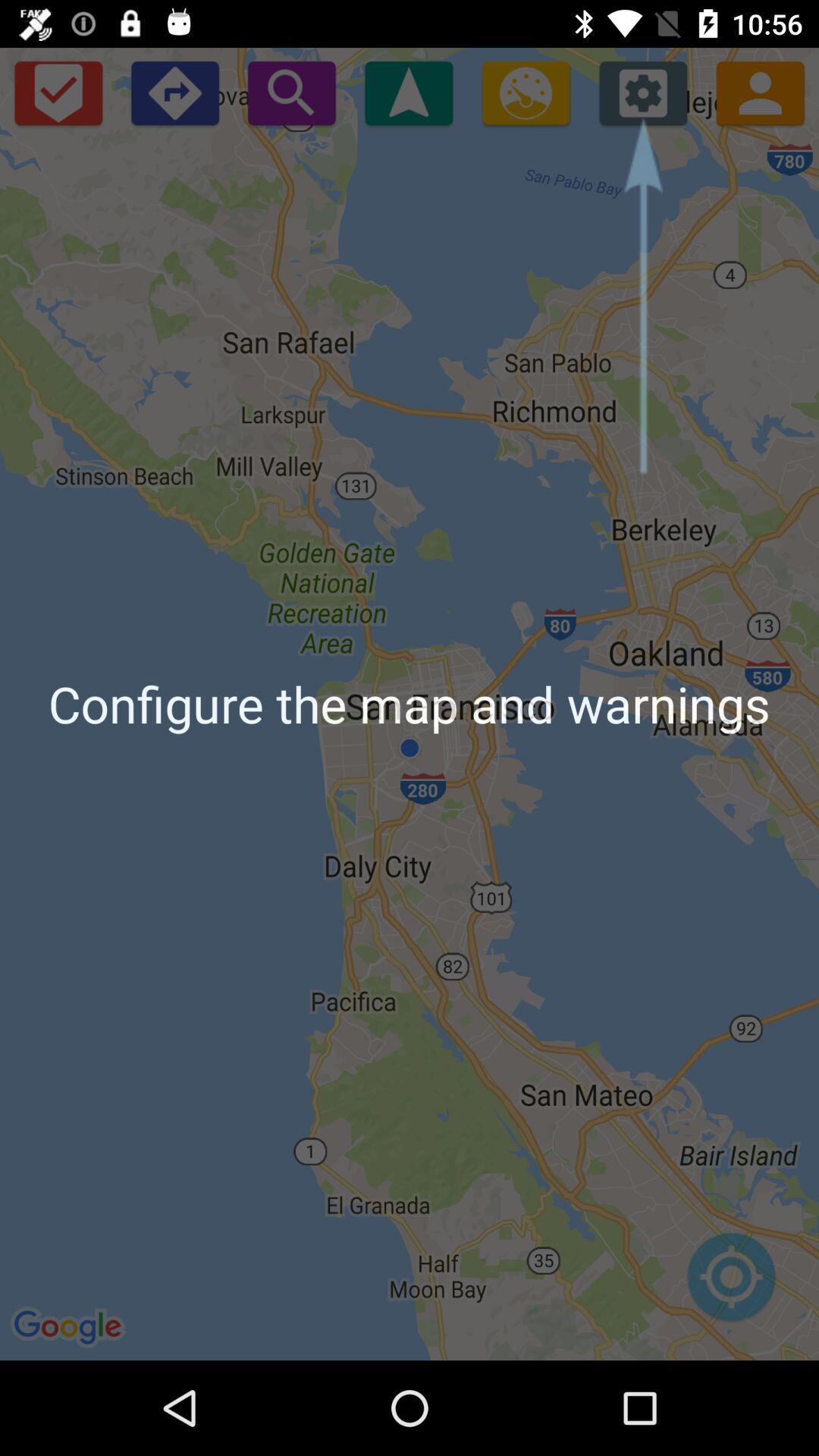 The height and width of the screenshot is (1456, 819). What do you see at coordinates (291, 92) in the screenshot?
I see `search` at bounding box center [291, 92].